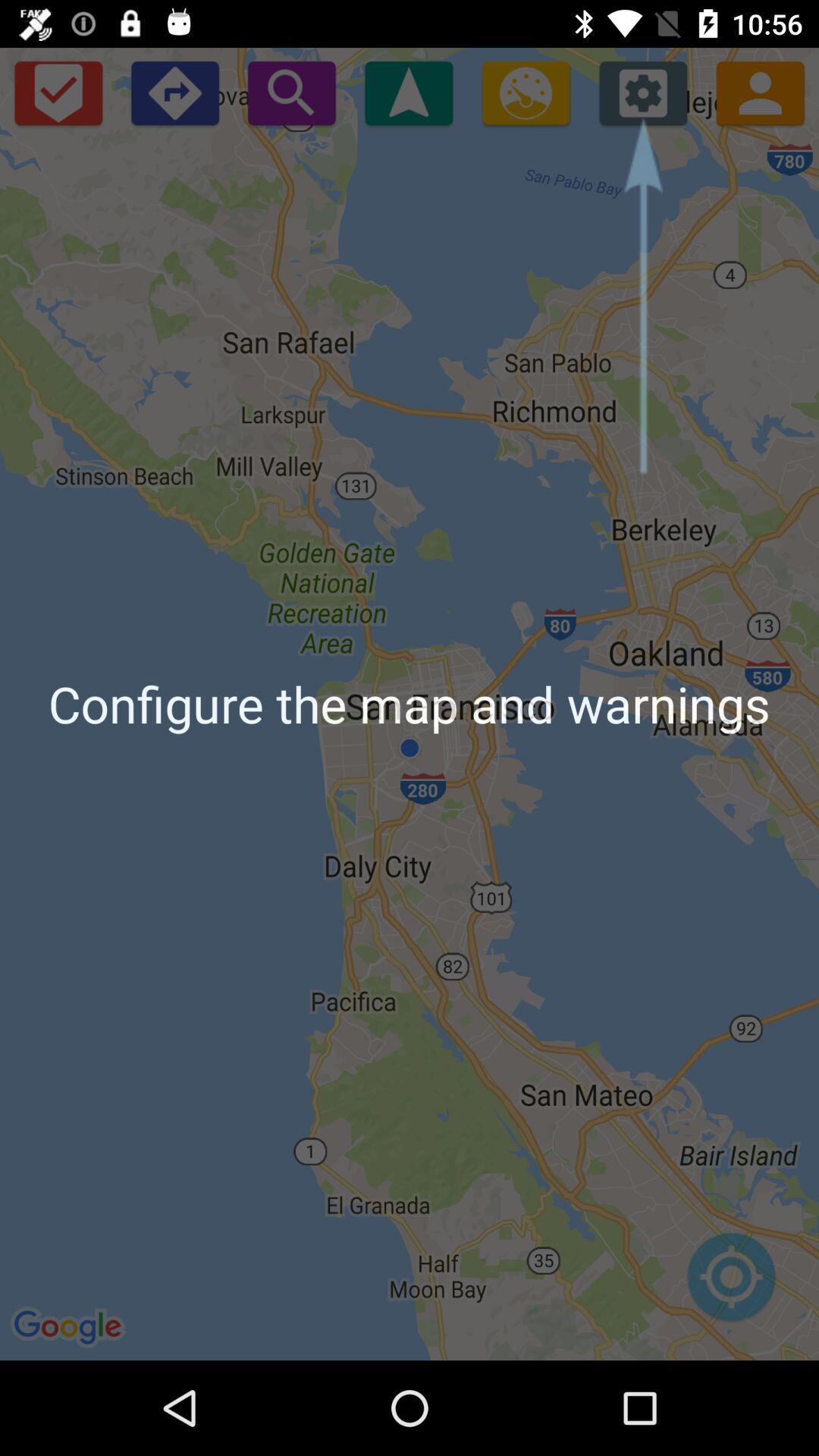 The height and width of the screenshot is (1456, 819). What do you see at coordinates (291, 92) in the screenshot?
I see `search` at bounding box center [291, 92].